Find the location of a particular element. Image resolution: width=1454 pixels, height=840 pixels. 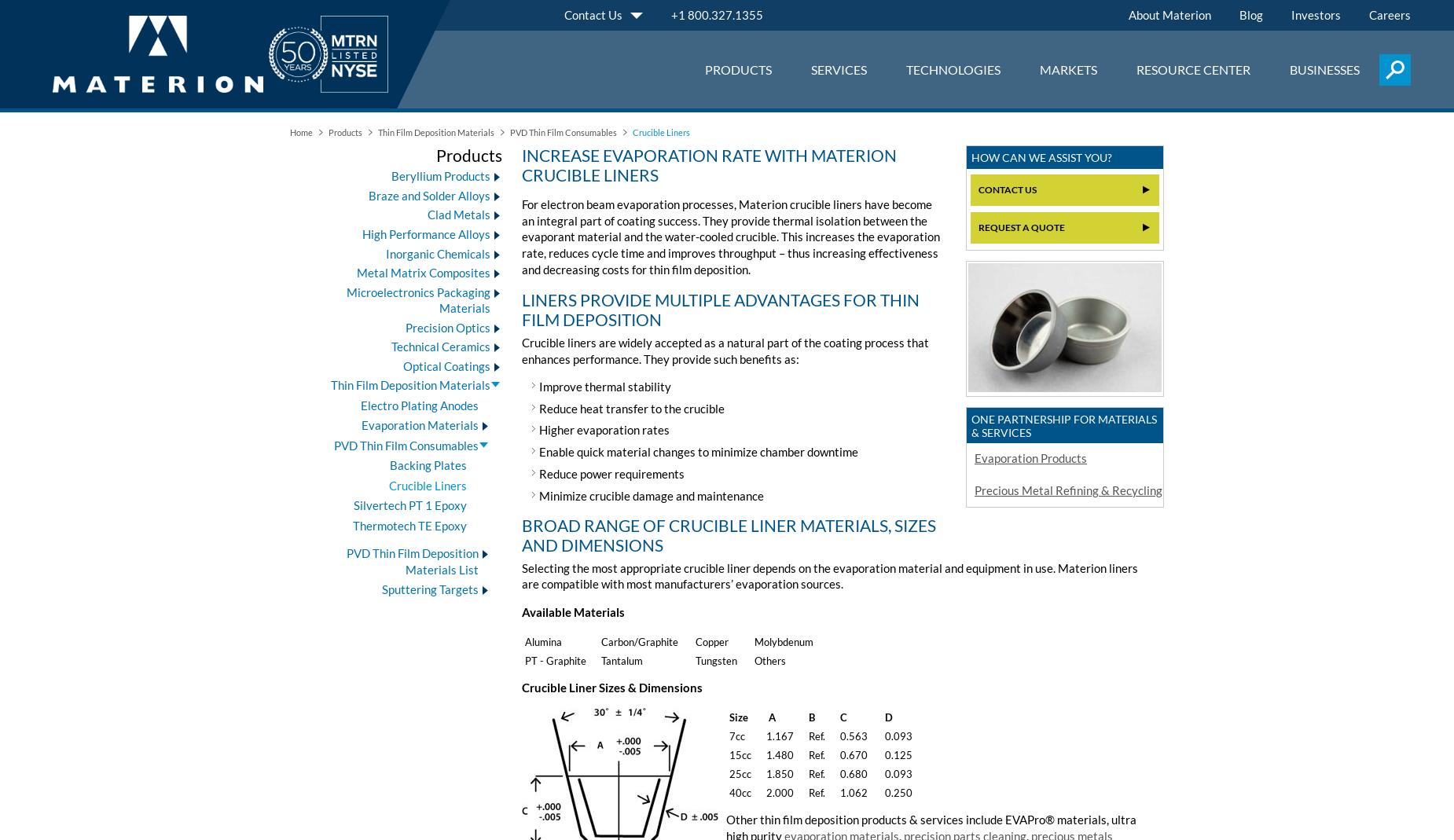

'High Performance Alloys' is located at coordinates (426, 233).